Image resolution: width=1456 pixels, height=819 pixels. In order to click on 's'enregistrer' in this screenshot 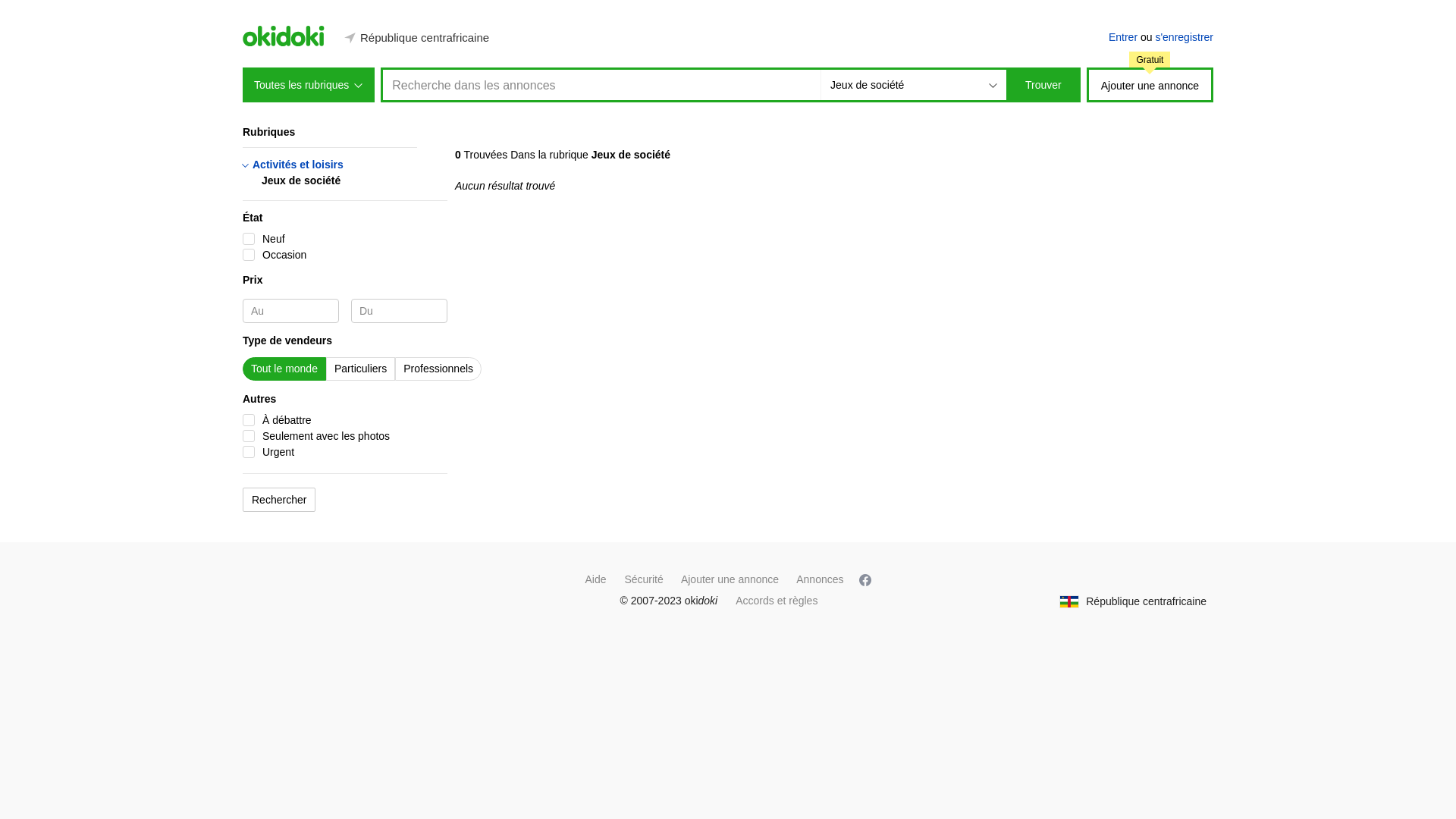, I will do `click(1183, 36)`.